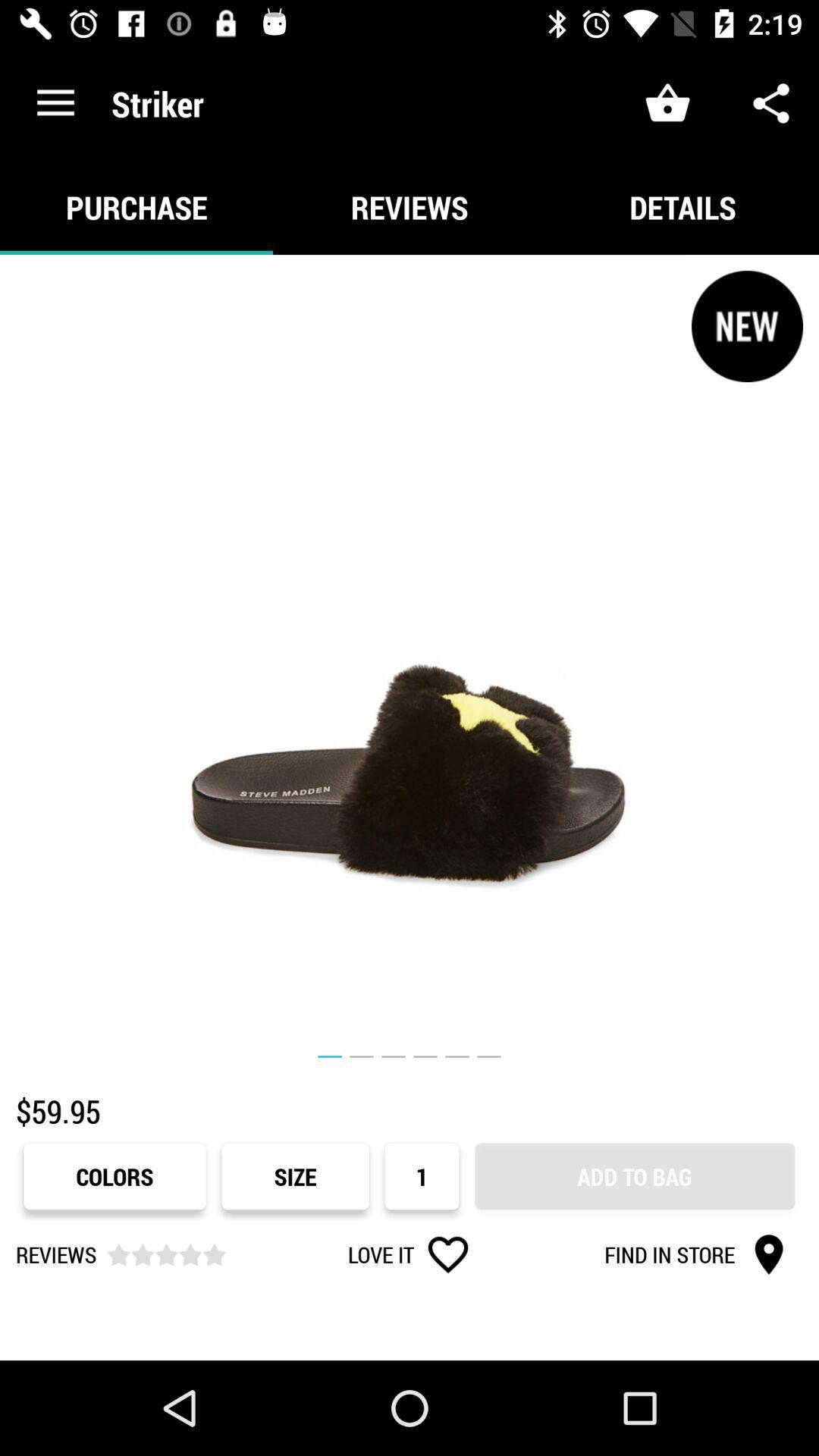 This screenshot has width=819, height=1456. Describe the element at coordinates (409, 664) in the screenshot. I see `the icon at the center` at that location.